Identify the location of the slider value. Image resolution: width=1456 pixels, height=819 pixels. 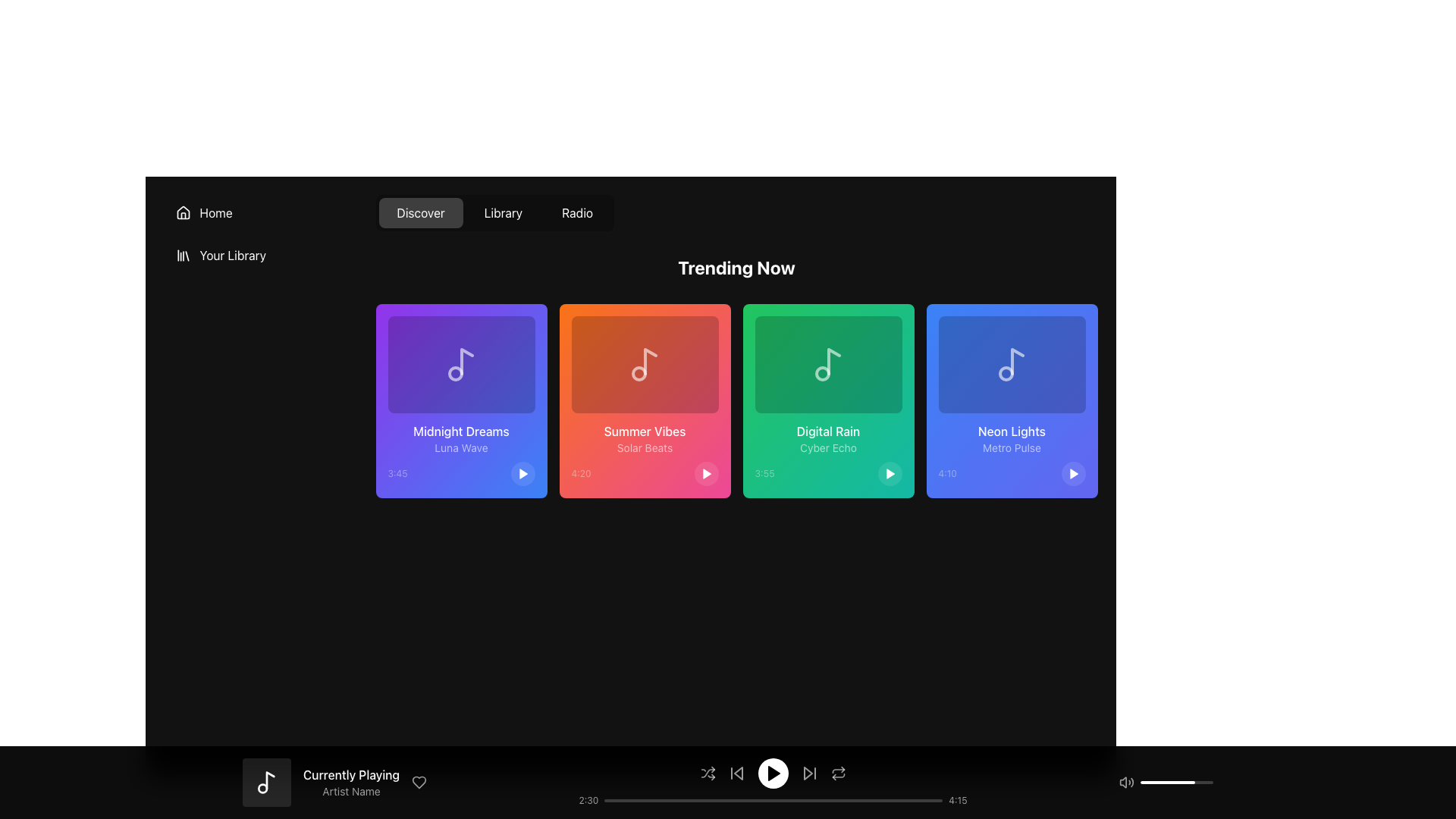
(1189, 783).